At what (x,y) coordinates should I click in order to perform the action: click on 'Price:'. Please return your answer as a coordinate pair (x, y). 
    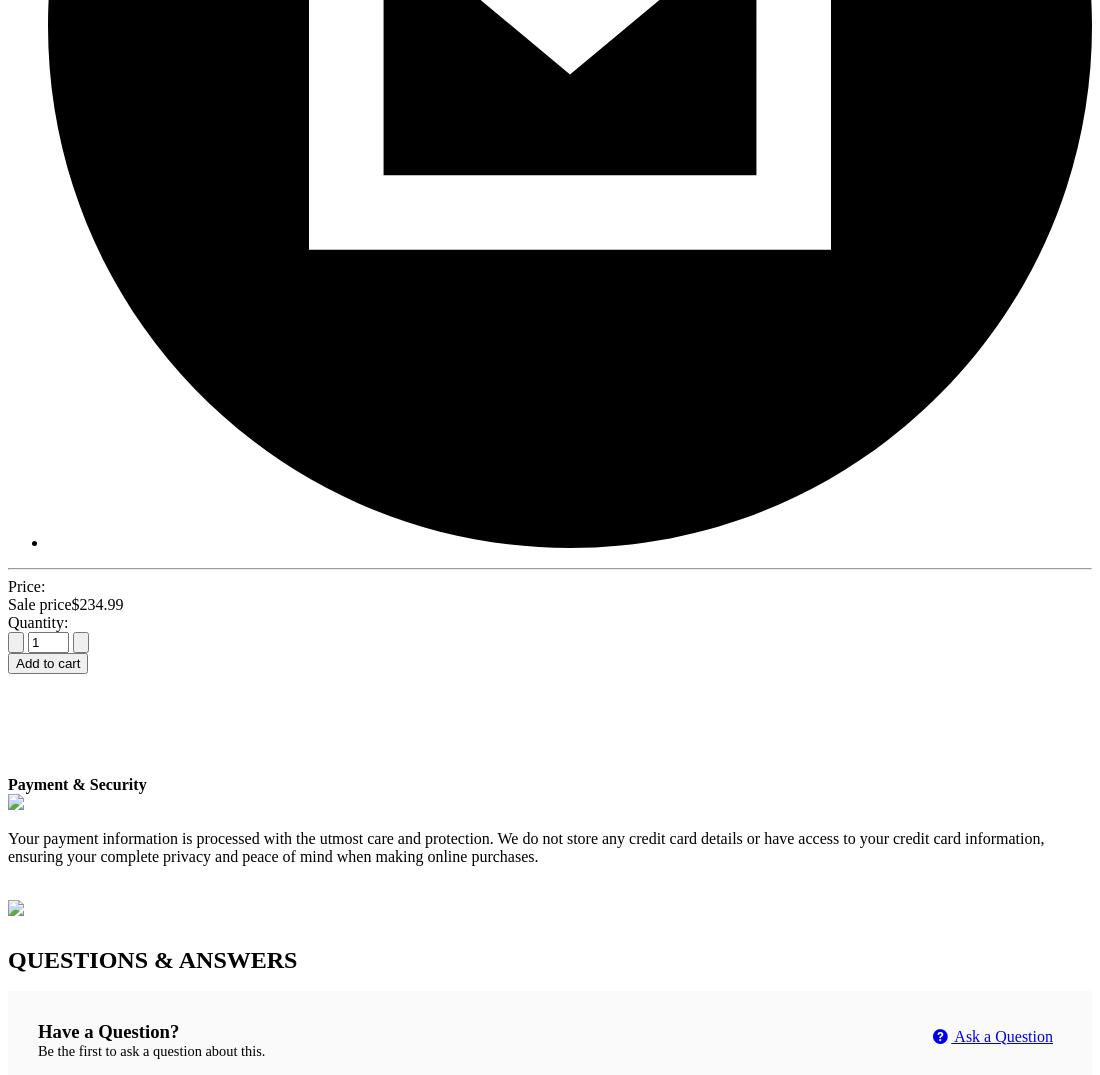
    Looking at the image, I should click on (25, 586).